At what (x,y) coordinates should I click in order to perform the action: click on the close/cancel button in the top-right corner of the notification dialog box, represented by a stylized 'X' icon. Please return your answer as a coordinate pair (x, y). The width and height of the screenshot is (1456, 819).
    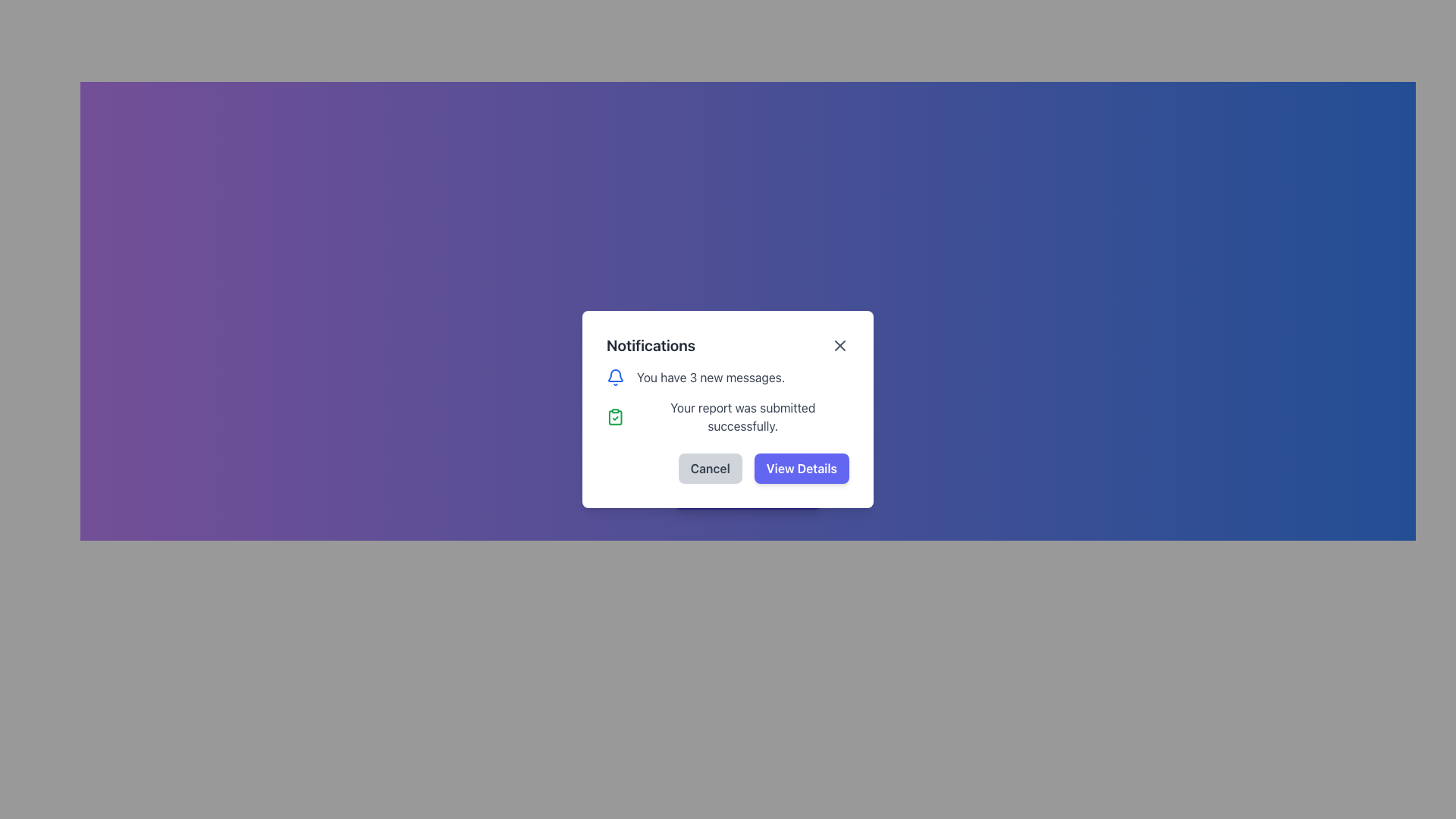
    Looking at the image, I should click on (839, 345).